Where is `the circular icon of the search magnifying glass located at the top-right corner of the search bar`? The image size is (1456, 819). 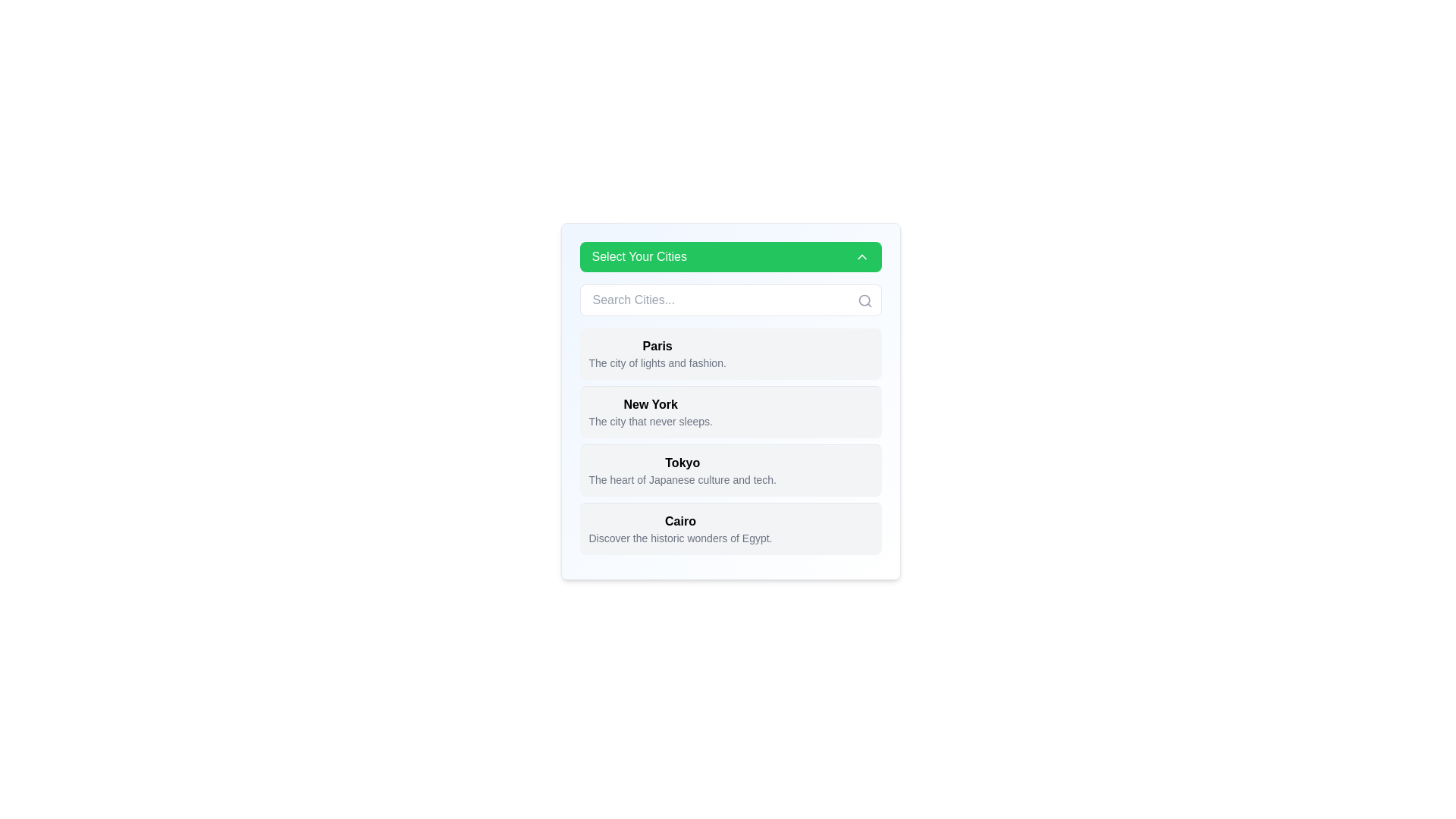
the circular icon of the search magnifying glass located at the top-right corner of the search bar is located at coordinates (864, 300).